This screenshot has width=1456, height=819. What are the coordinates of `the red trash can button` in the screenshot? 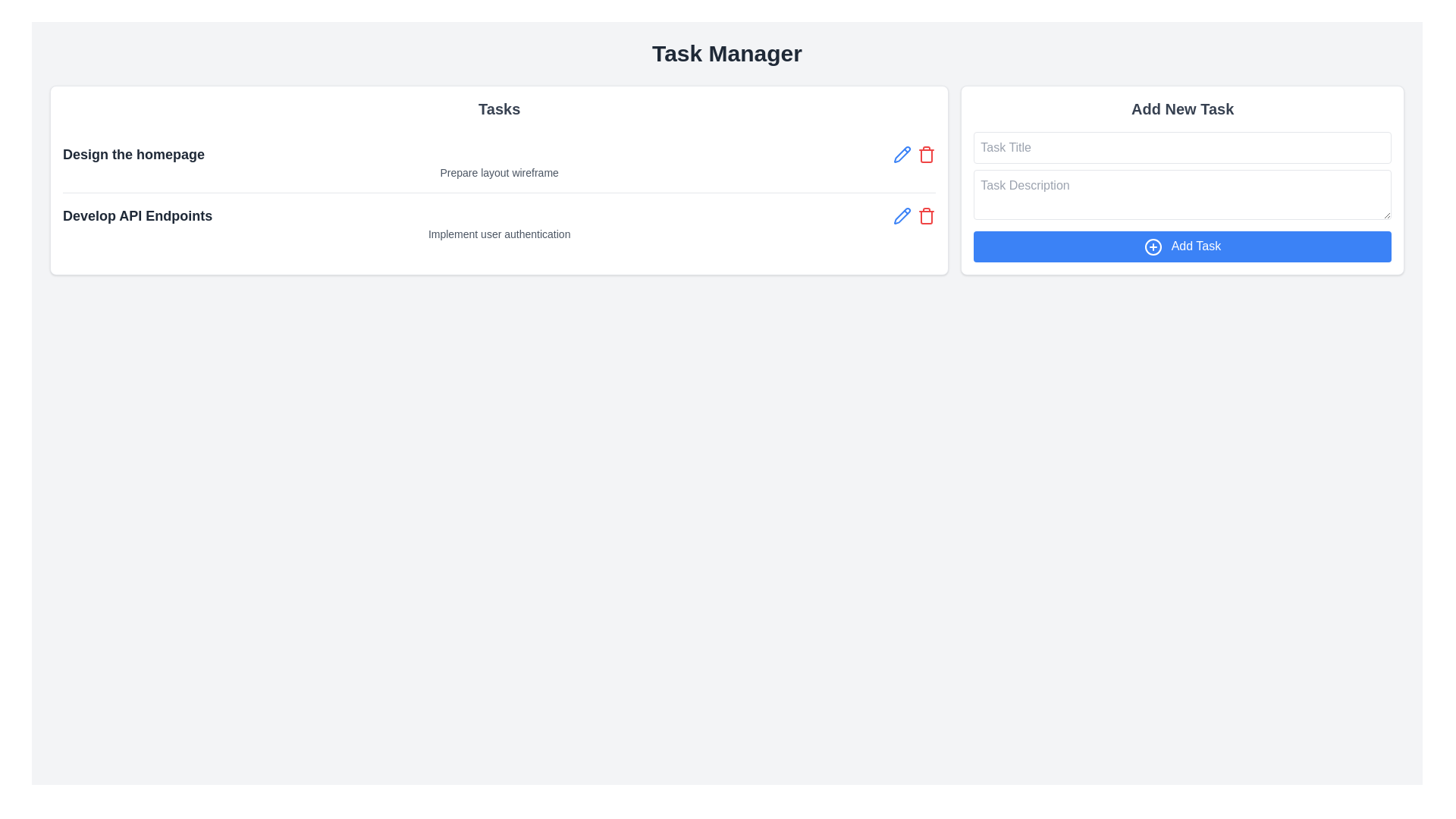 It's located at (926, 155).